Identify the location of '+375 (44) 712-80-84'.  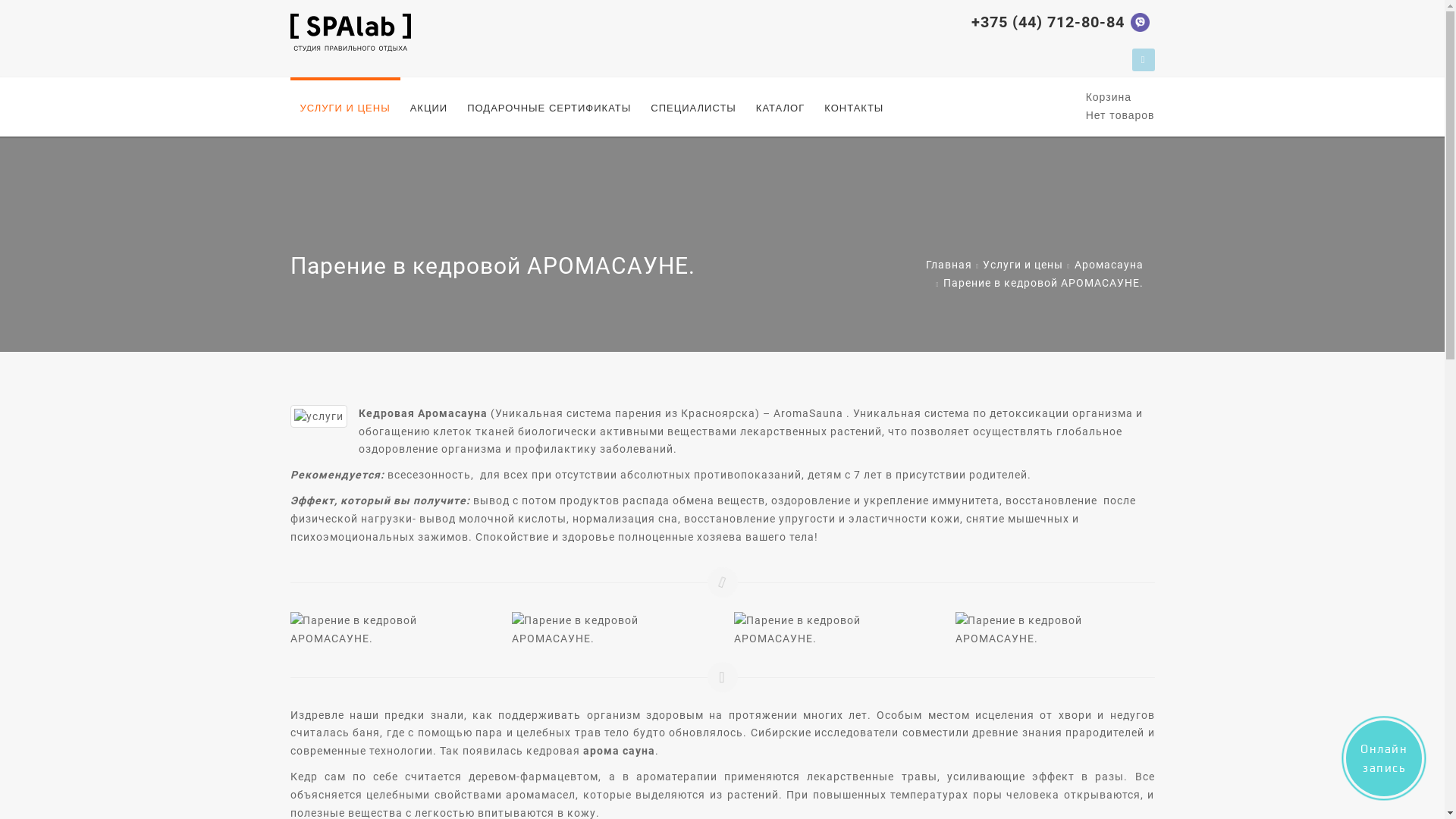
(971, 22).